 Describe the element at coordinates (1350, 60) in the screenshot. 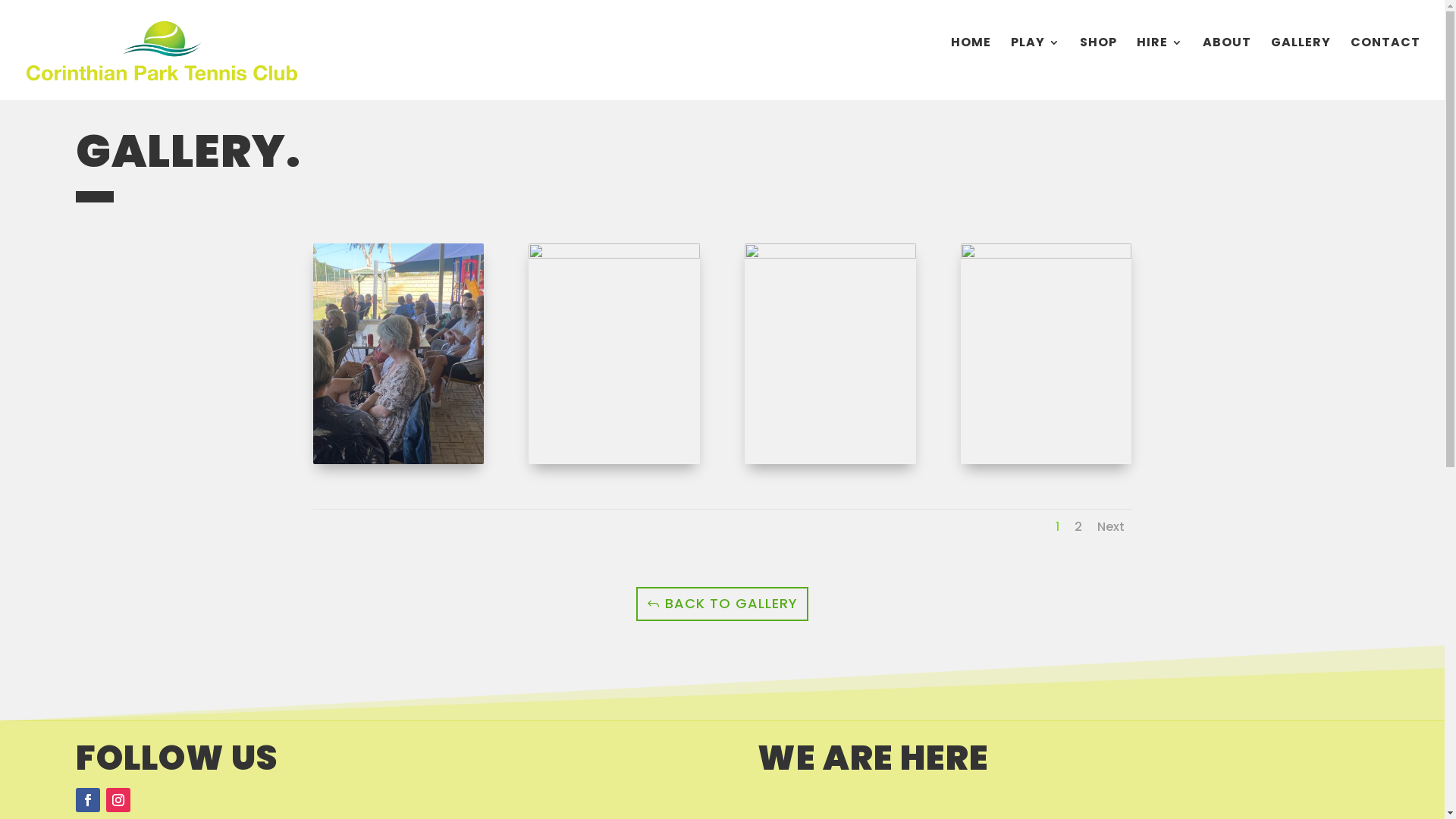

I see `'CONTACT'` at that location.